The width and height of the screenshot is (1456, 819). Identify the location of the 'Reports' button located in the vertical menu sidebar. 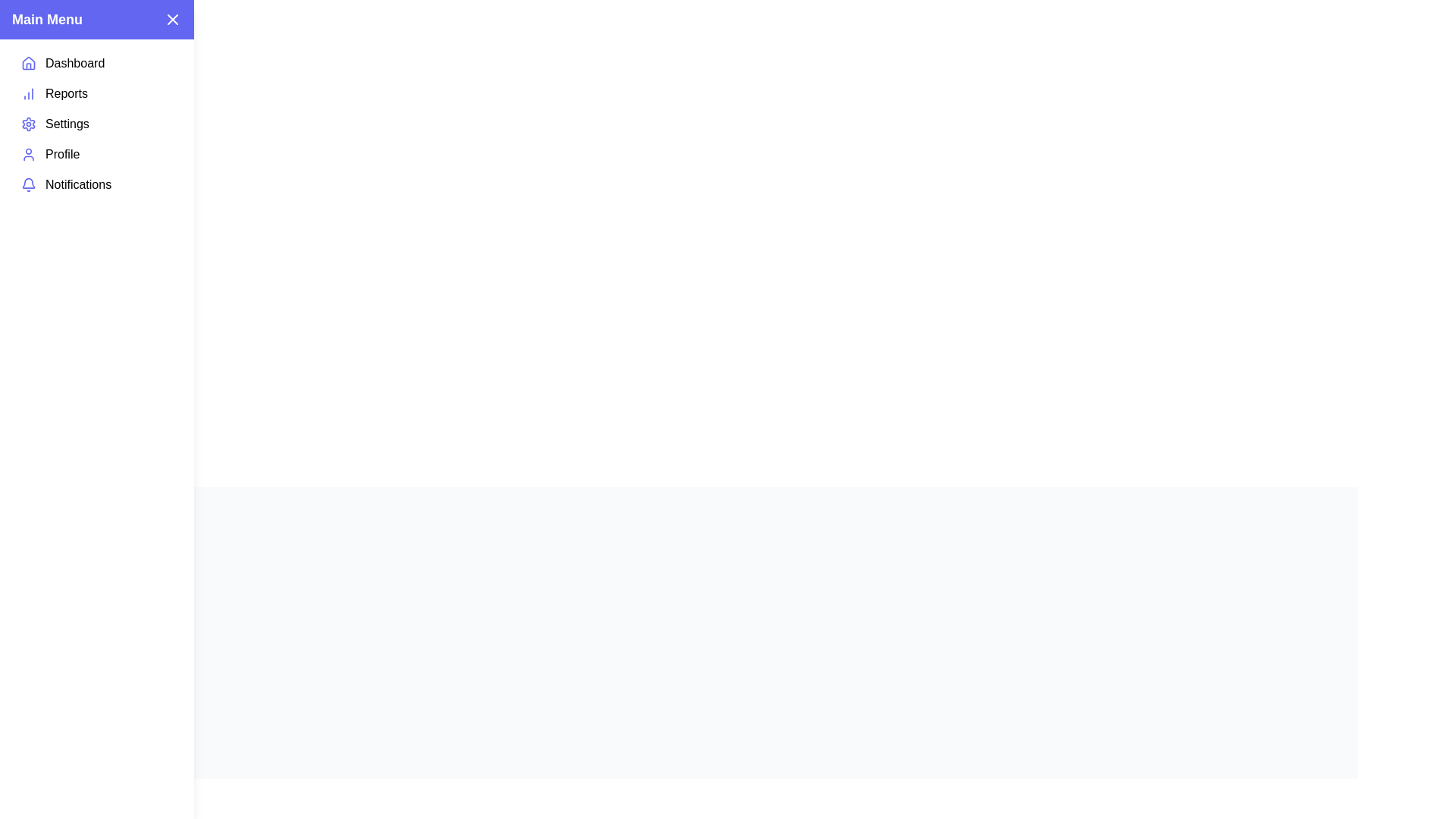
(96, 93).